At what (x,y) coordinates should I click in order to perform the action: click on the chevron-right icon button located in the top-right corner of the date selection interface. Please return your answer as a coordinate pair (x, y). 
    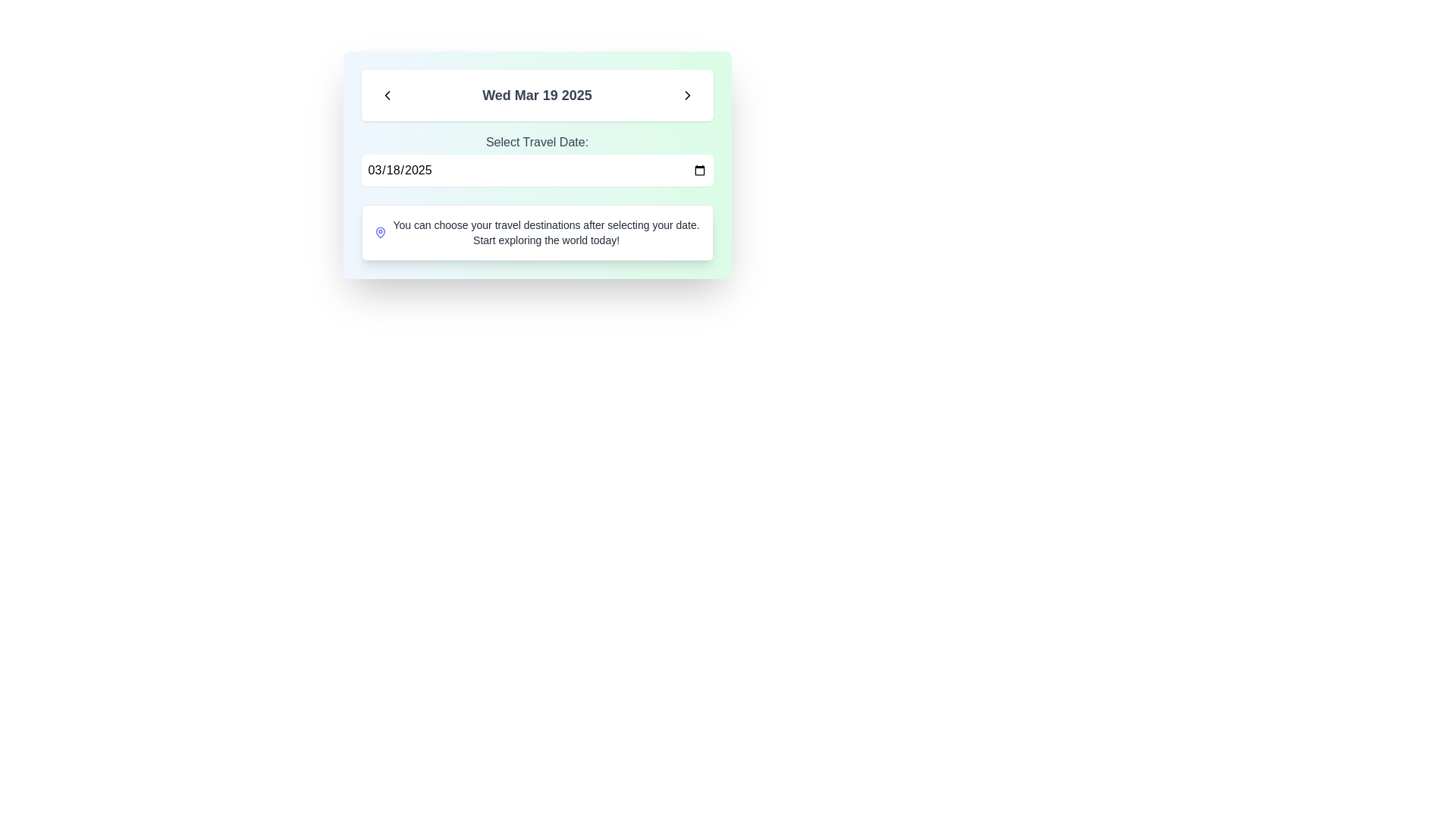
    Looking at the image, I should click on (686, 96).